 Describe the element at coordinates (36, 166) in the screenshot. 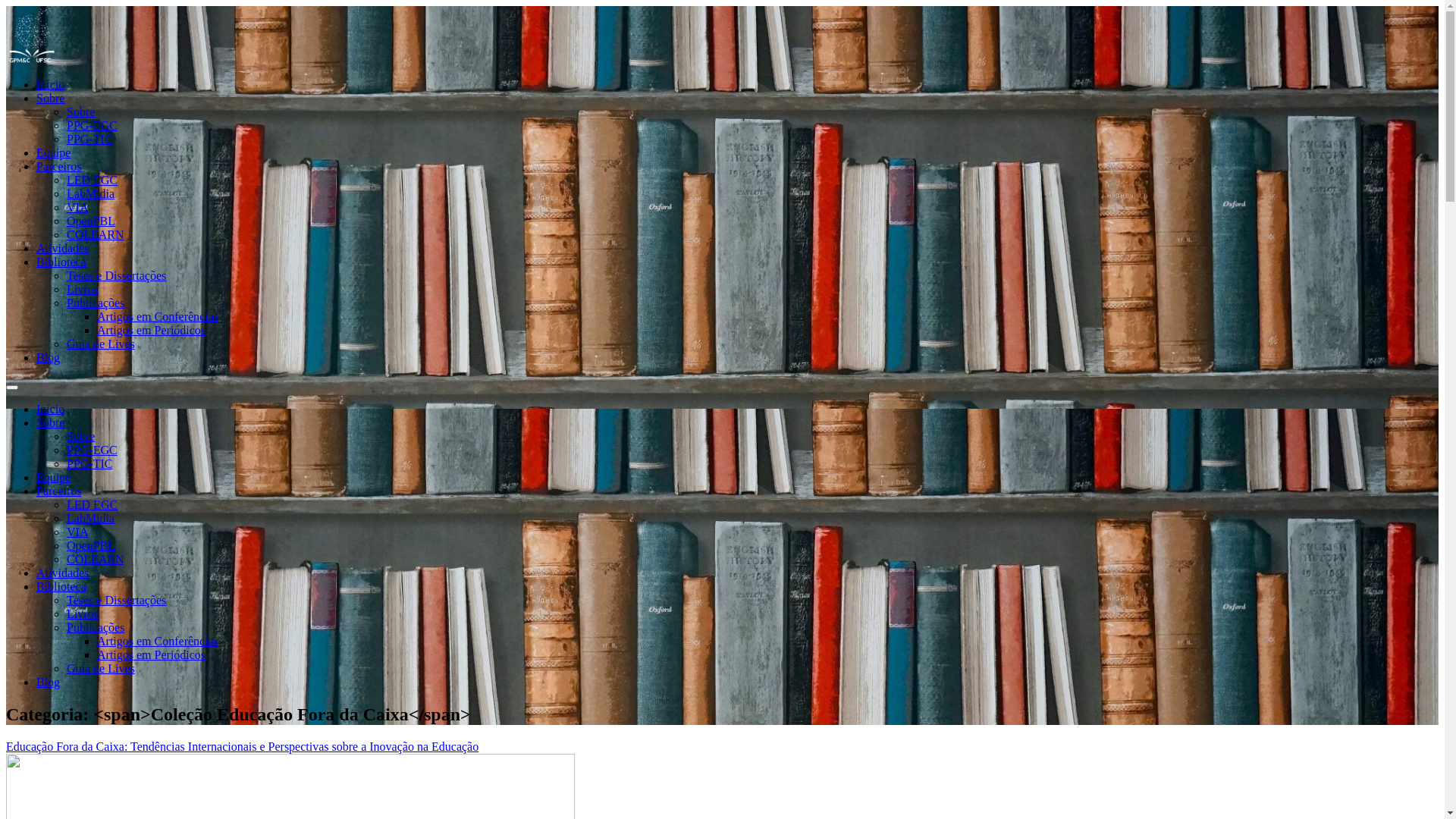

I see `'Parceiros'` at that location.